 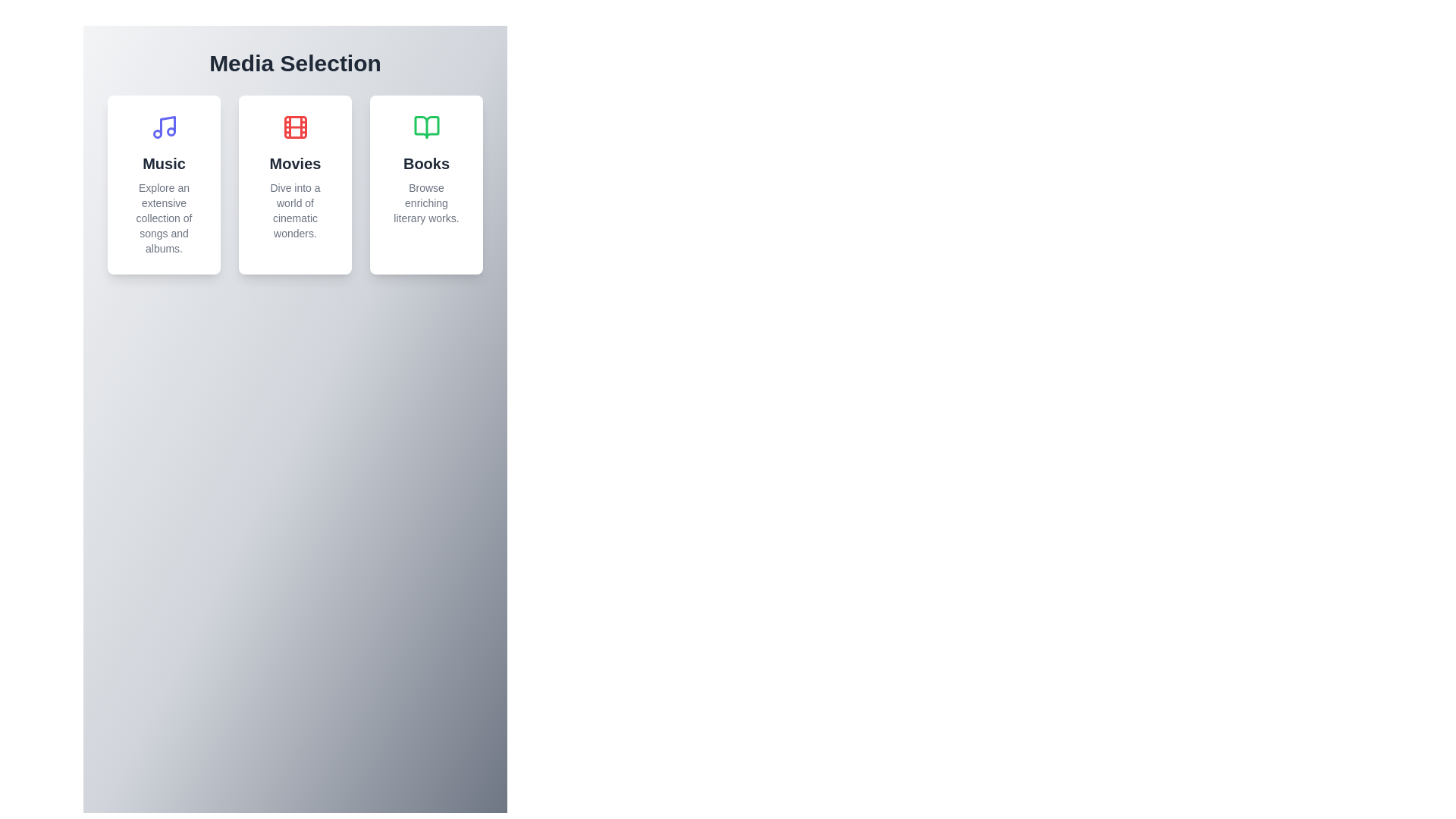 I want to click on the 'Music' selection card, which is the leftmost card in a horizontal row of three cards under the 'Media Selection' title, so click(x=164, y=184).